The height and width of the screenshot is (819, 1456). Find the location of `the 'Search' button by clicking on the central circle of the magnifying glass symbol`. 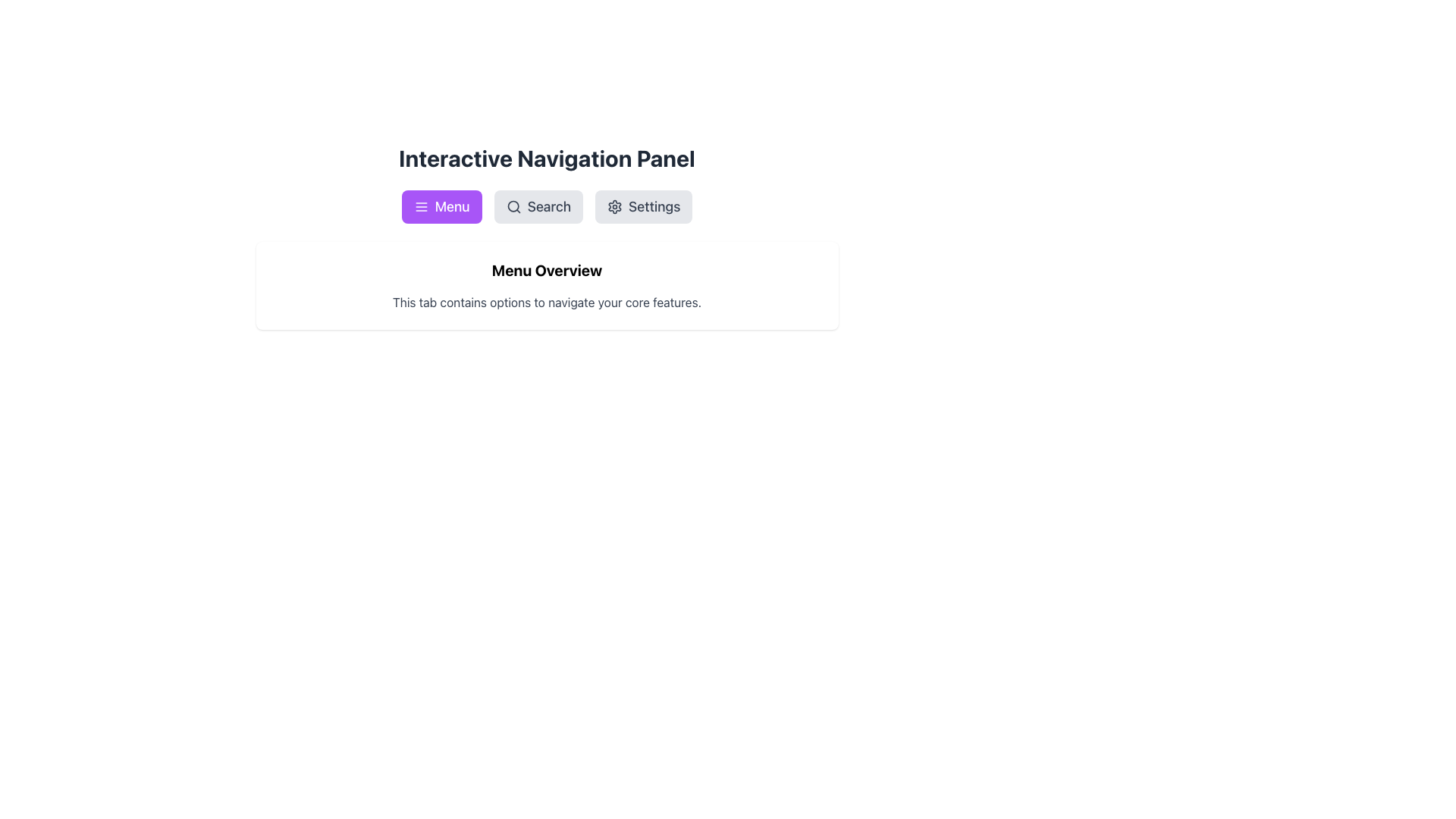

the 'Search' button by clicking on the central circle of the magnifying glass symbol is located at coordinates (513, 206).